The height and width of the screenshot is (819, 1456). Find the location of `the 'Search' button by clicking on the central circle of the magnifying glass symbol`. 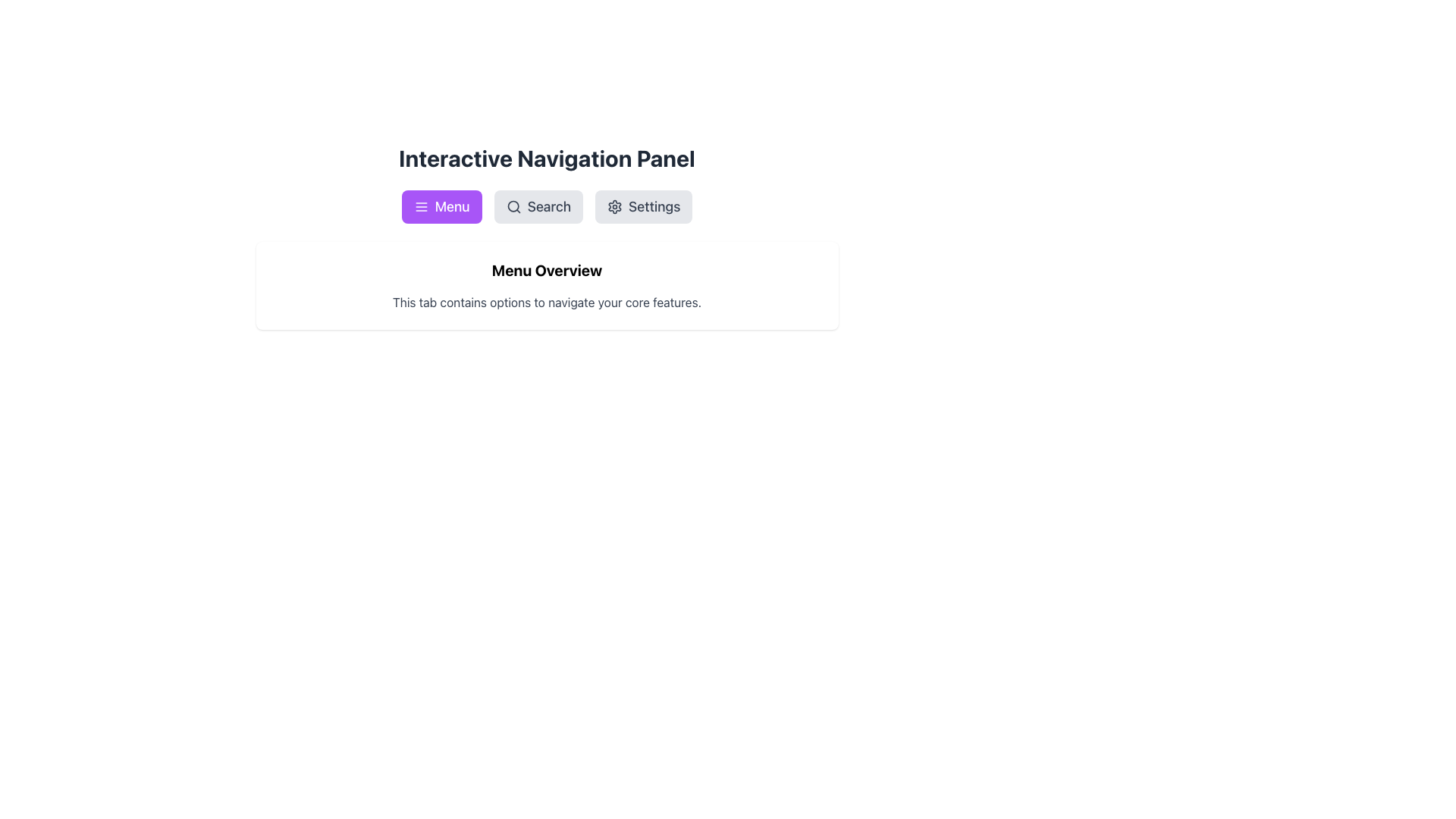

the 'Search' button by clicking on the central circle of the magnifying glass symbol is located at coordinates (513, 206).